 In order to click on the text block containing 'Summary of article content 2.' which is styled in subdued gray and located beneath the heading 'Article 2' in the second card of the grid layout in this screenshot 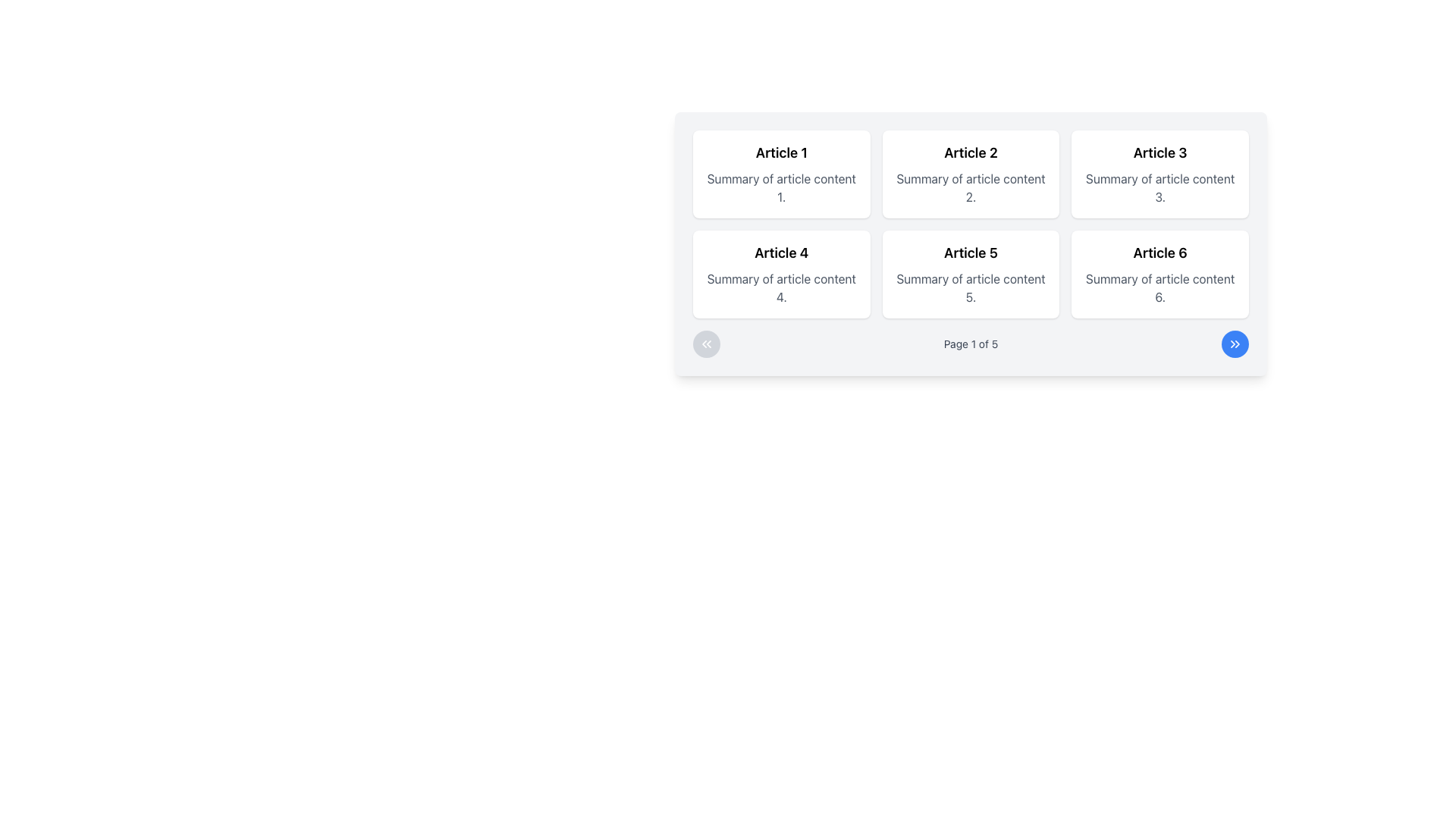, I will do `click(971, 187)`.